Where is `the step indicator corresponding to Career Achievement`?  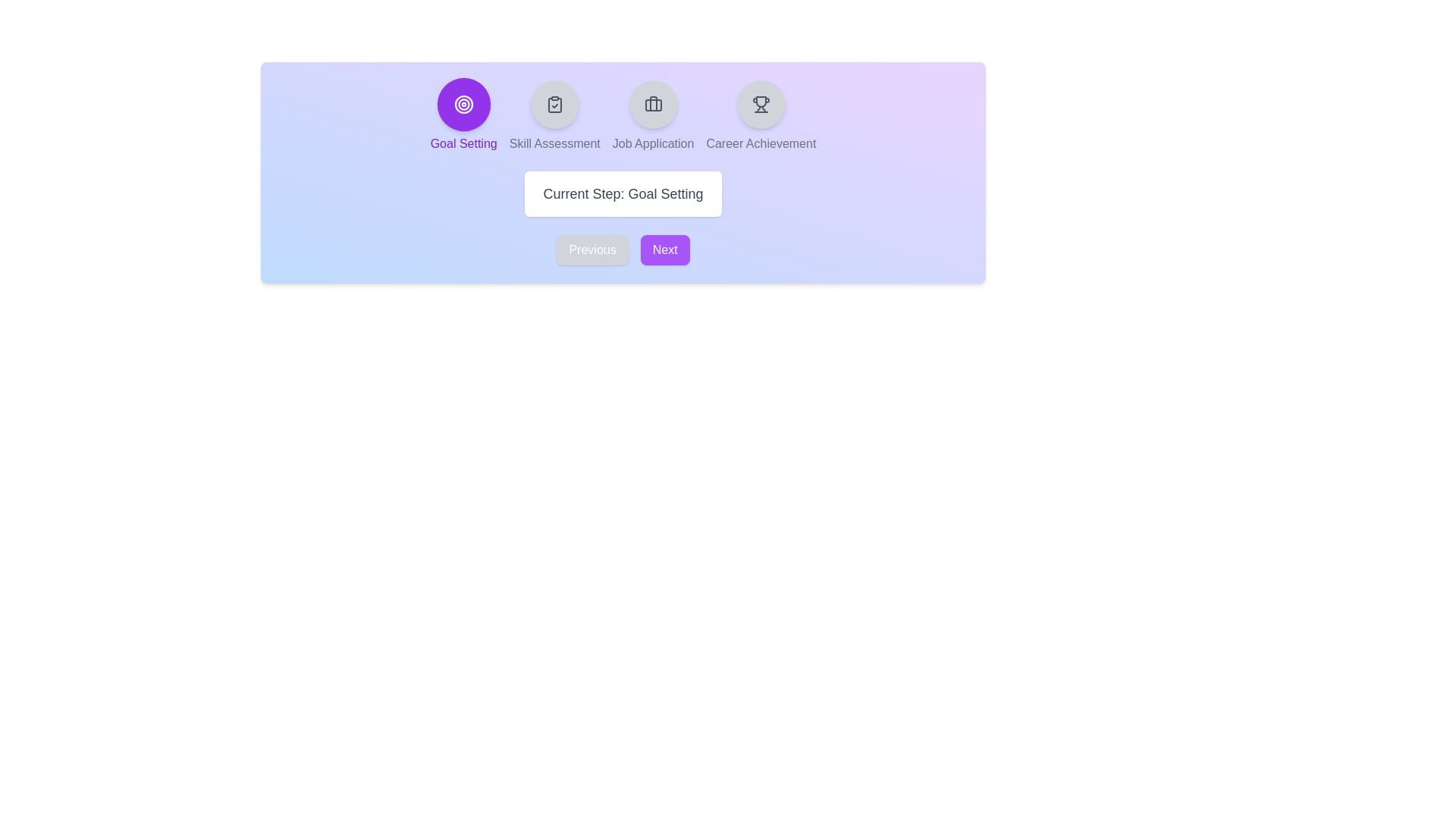
the step indicator corresponding to Career Achievement is located at coordinates (761, 104).